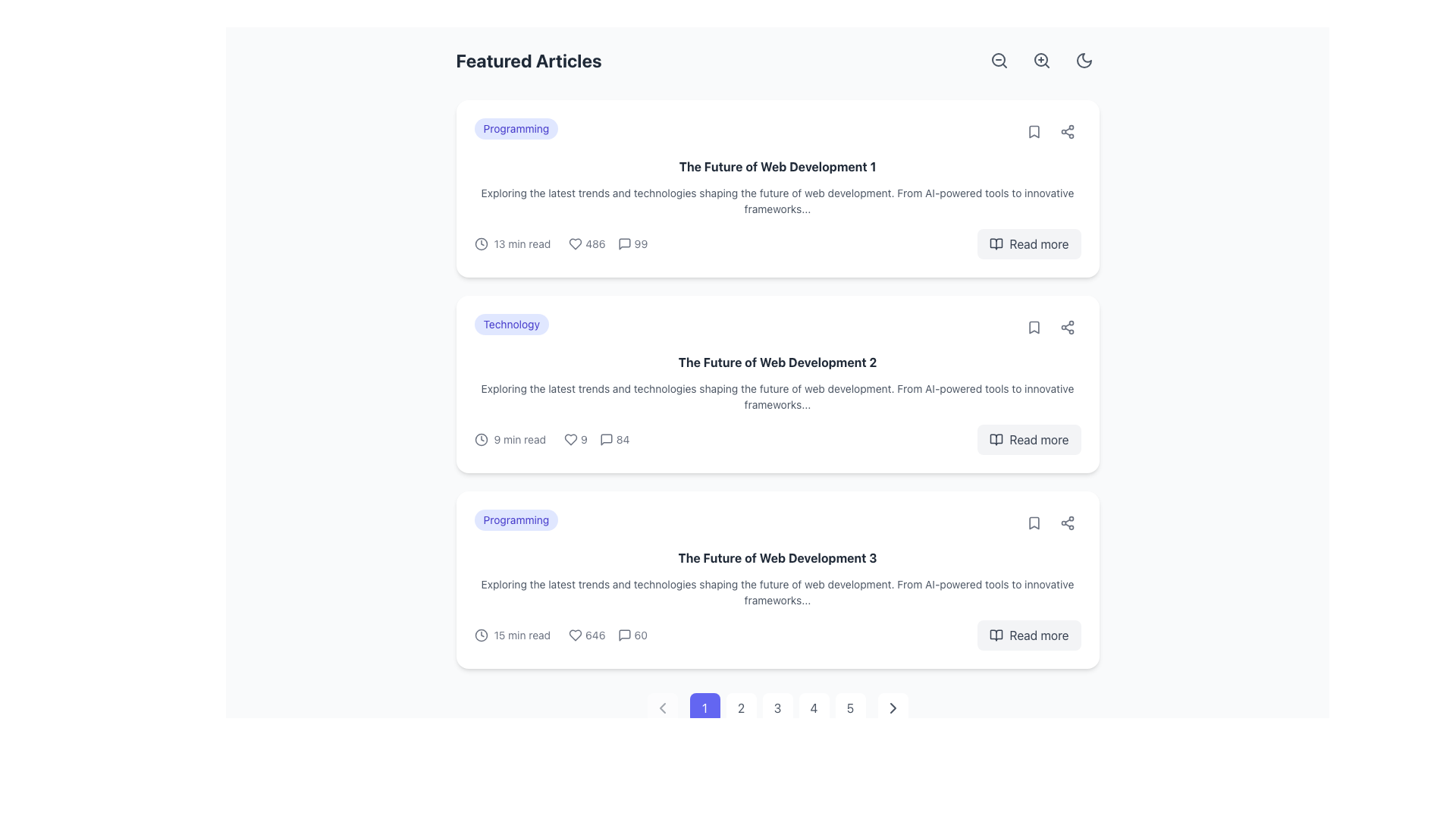 This screenshot has height=819, width=1456. What do you see at coordinates (480, 635) in the screenshot?
I see `the clock icon component that visually represents the reading time of an article, located at the bottom section of the third content card` at bounding box center [480, 635].